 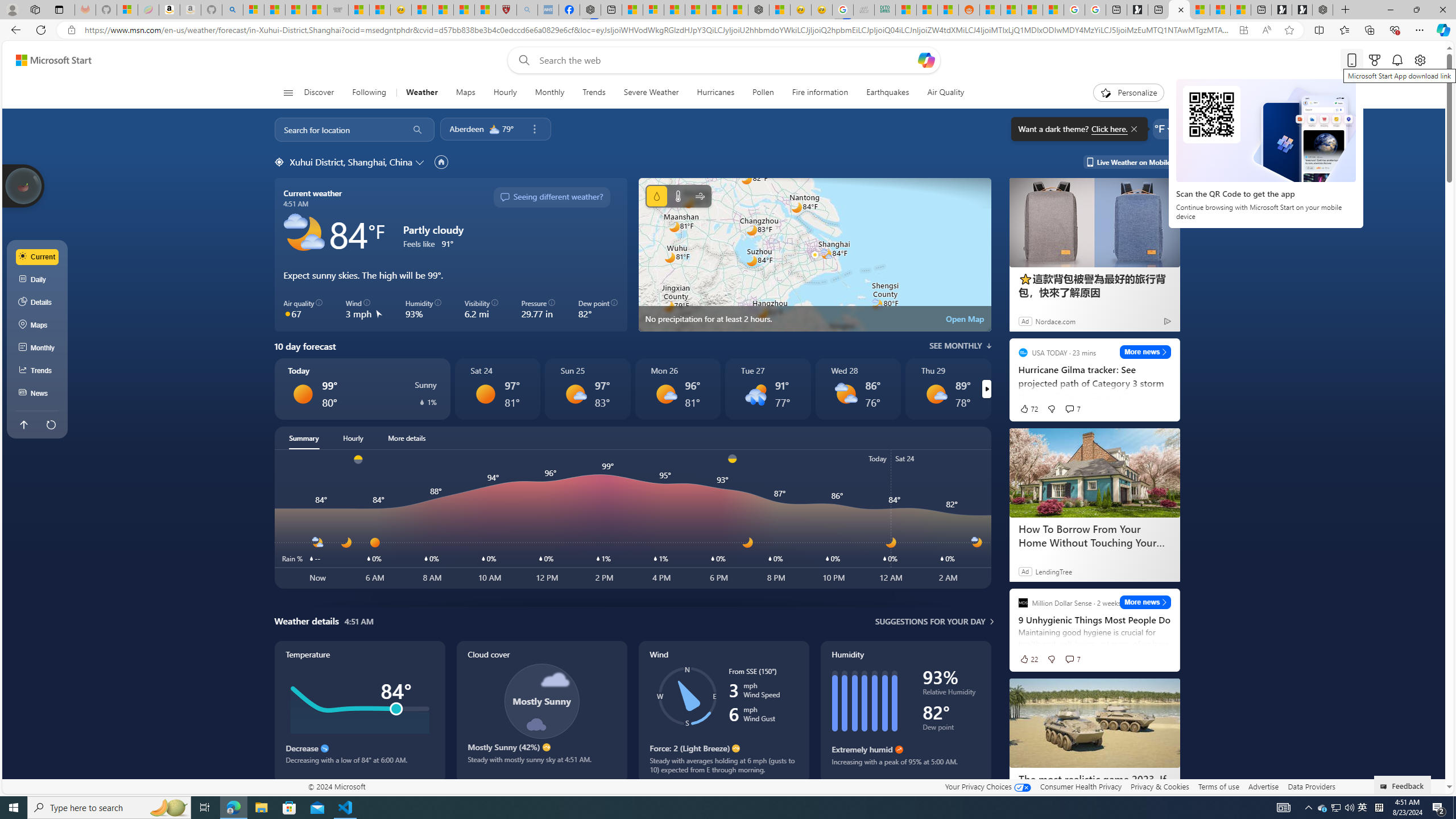 I want to click on 'Nordace.com', so click(x=1055, y=320).